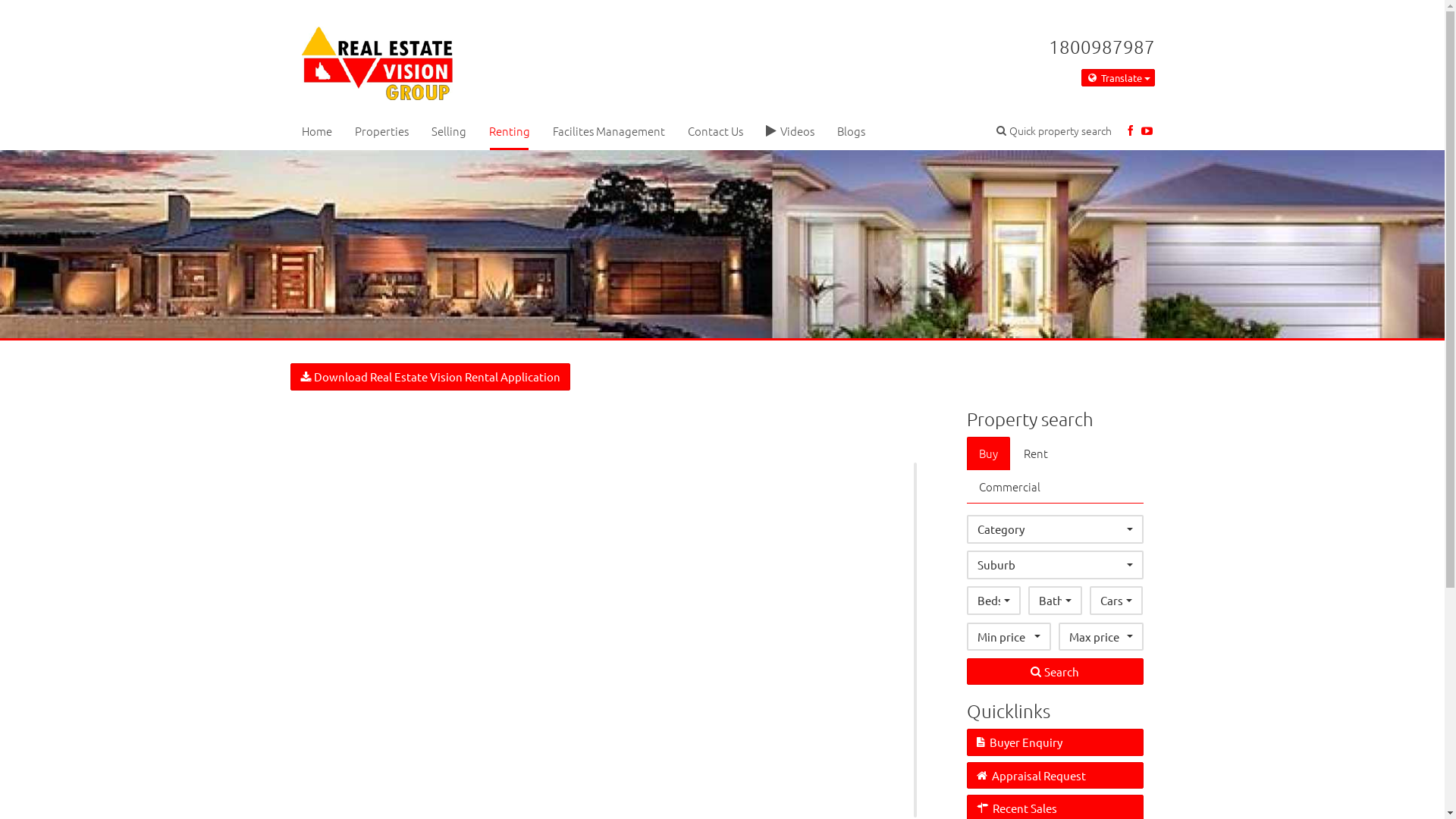 This screenshot has height=819, width=1456. Describe the element at coordinates (381, 130) in the screenshot. I see `'Properties'` at that location.